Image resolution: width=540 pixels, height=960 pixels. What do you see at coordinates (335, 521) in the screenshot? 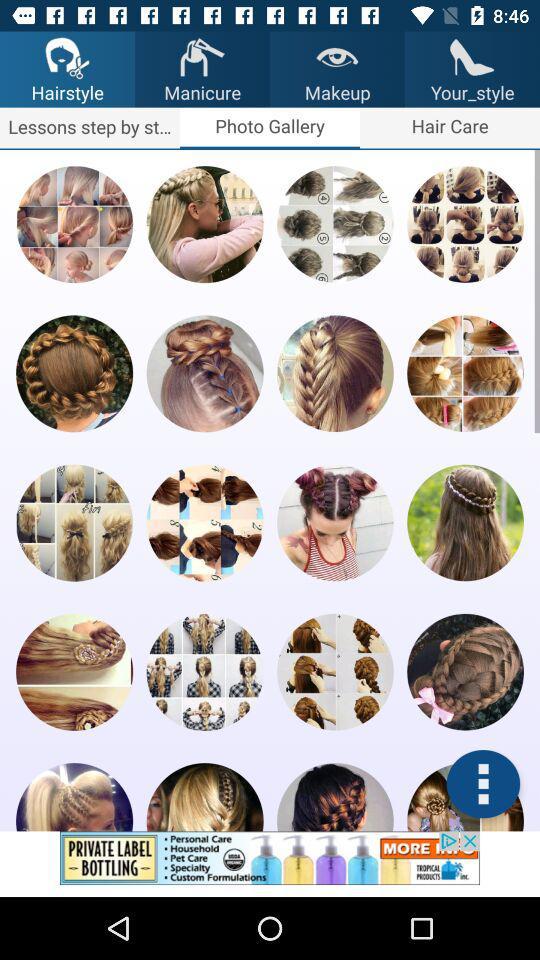
I see `option` at bounding box center [335, 521].